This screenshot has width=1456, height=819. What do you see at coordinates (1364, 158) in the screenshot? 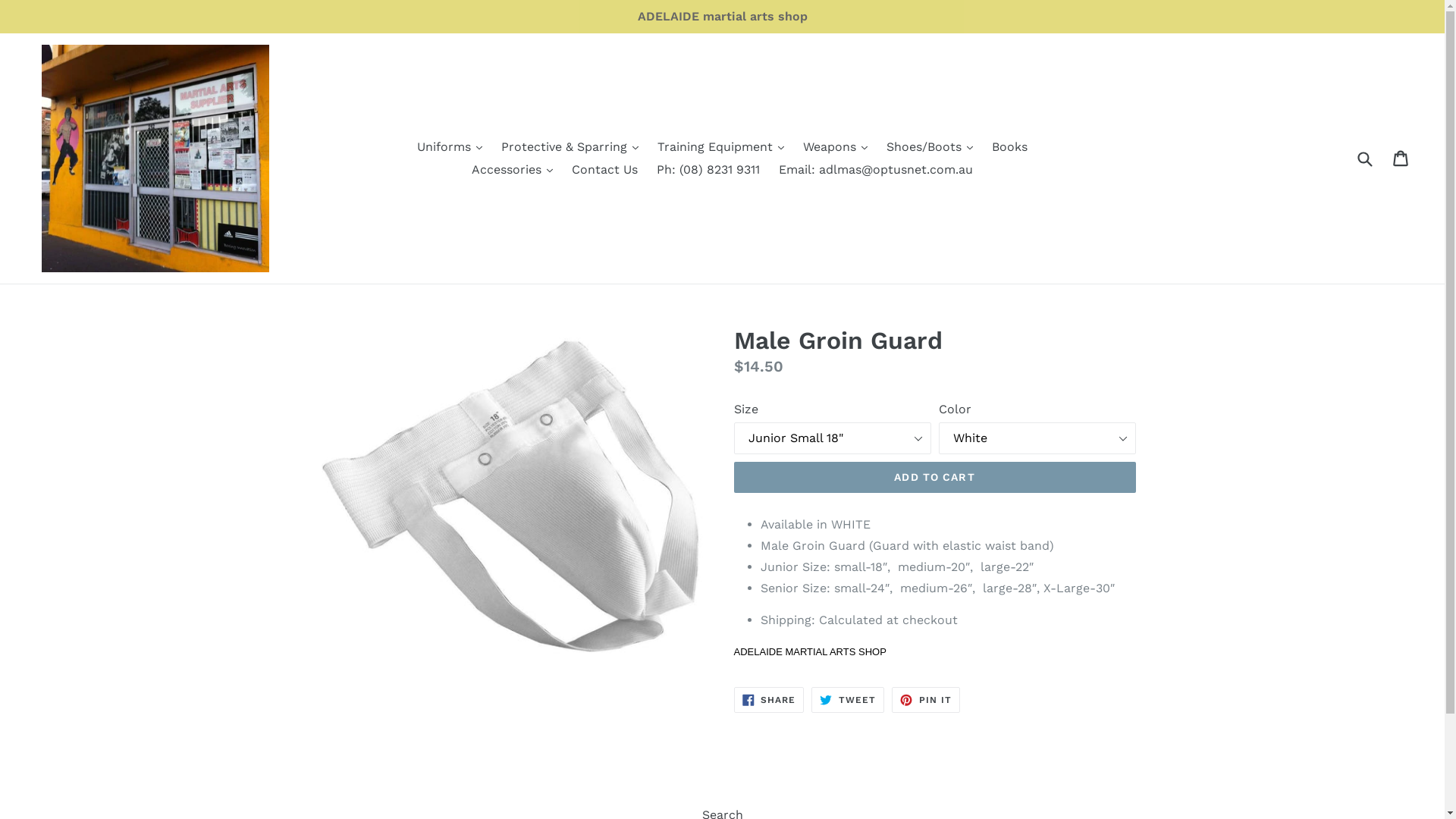
I see `'Submit'` at bounding box center [1364, 158].